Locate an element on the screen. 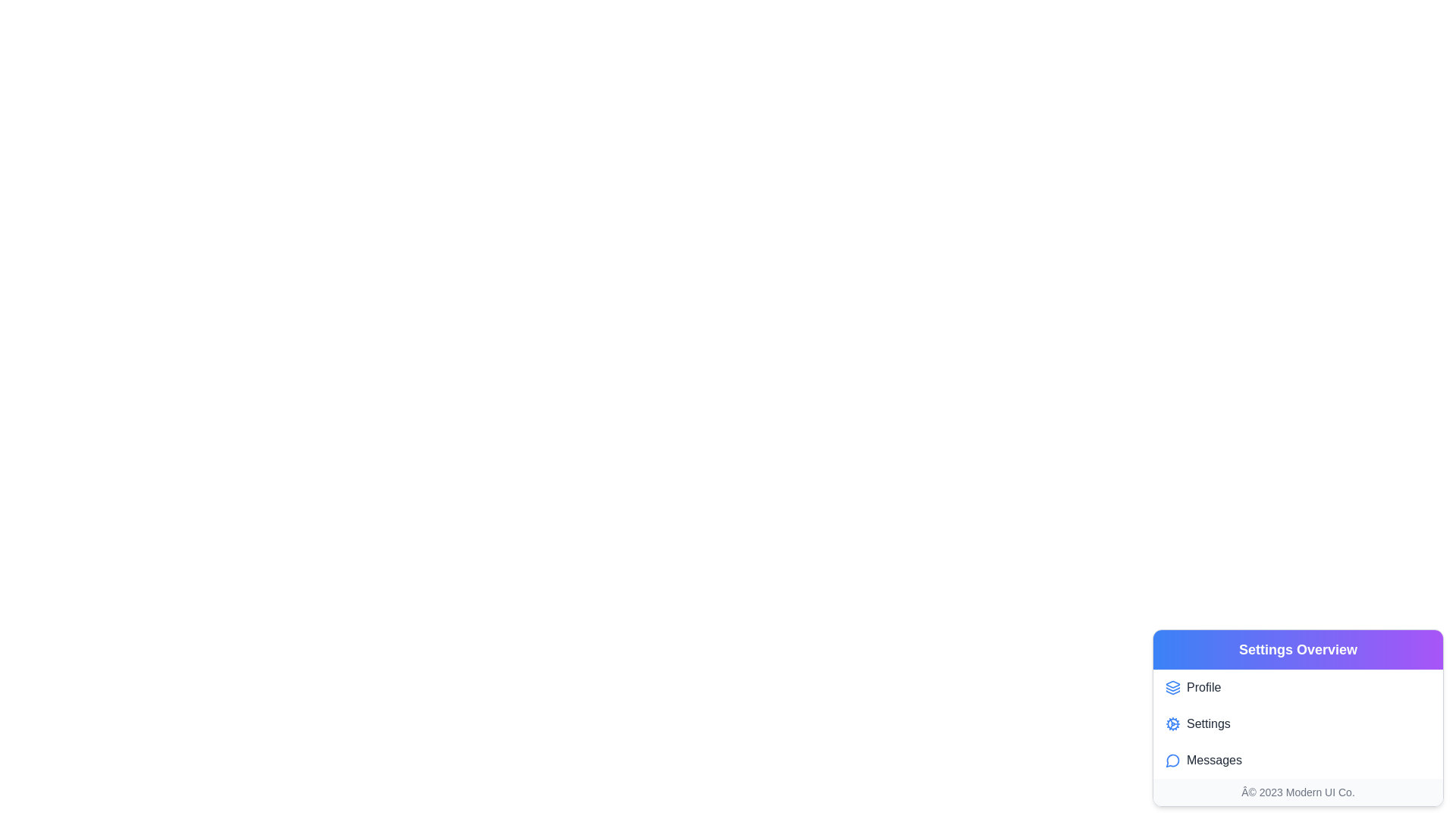 This screenshot has width=1456, height=819. the navigation menu component located at the bottom right corner, which includes options for Profile, Settings, and Messages is located at coordinates (1298, 717).